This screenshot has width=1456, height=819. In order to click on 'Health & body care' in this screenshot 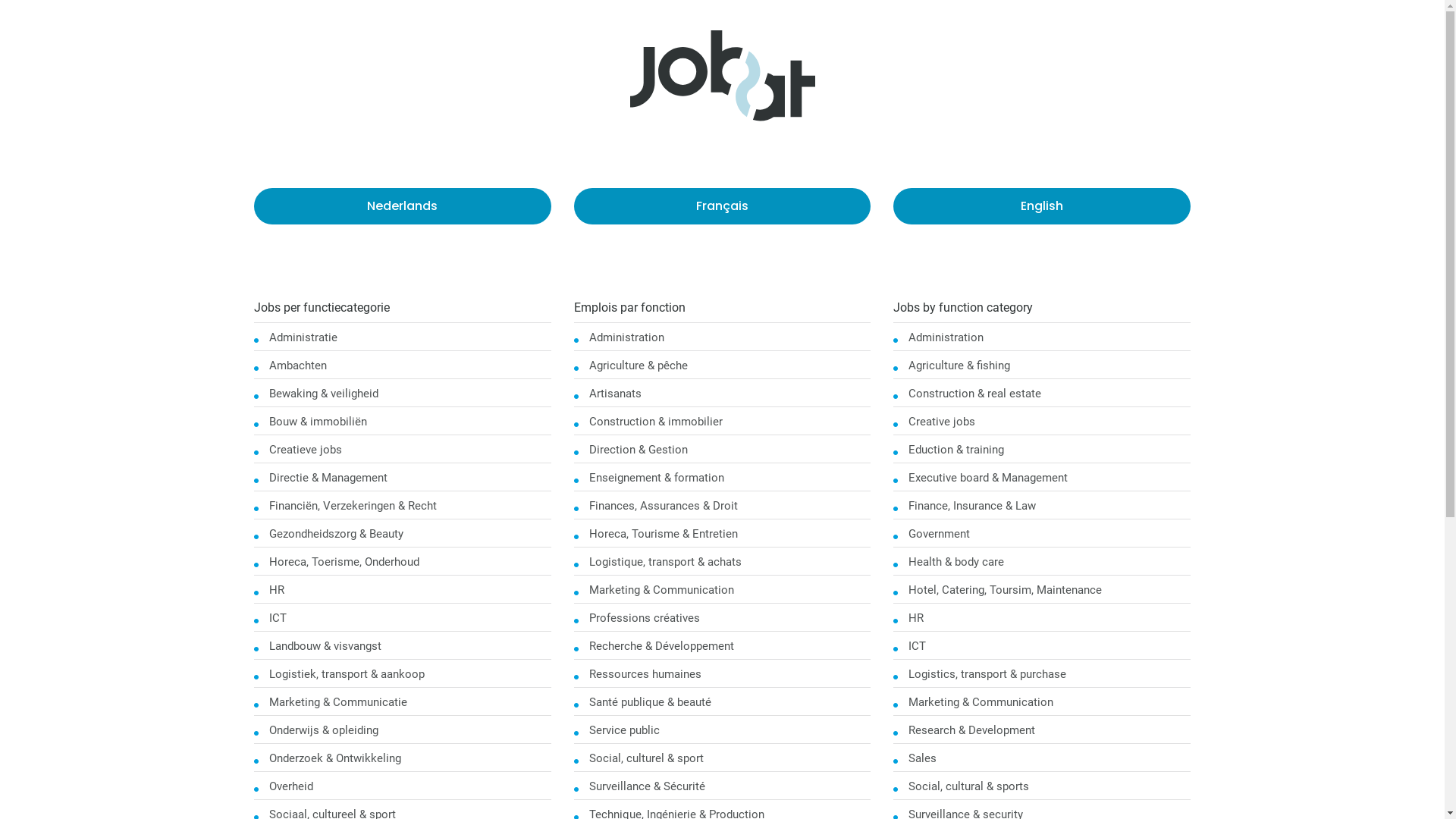, I will do `click(908, 561)`.